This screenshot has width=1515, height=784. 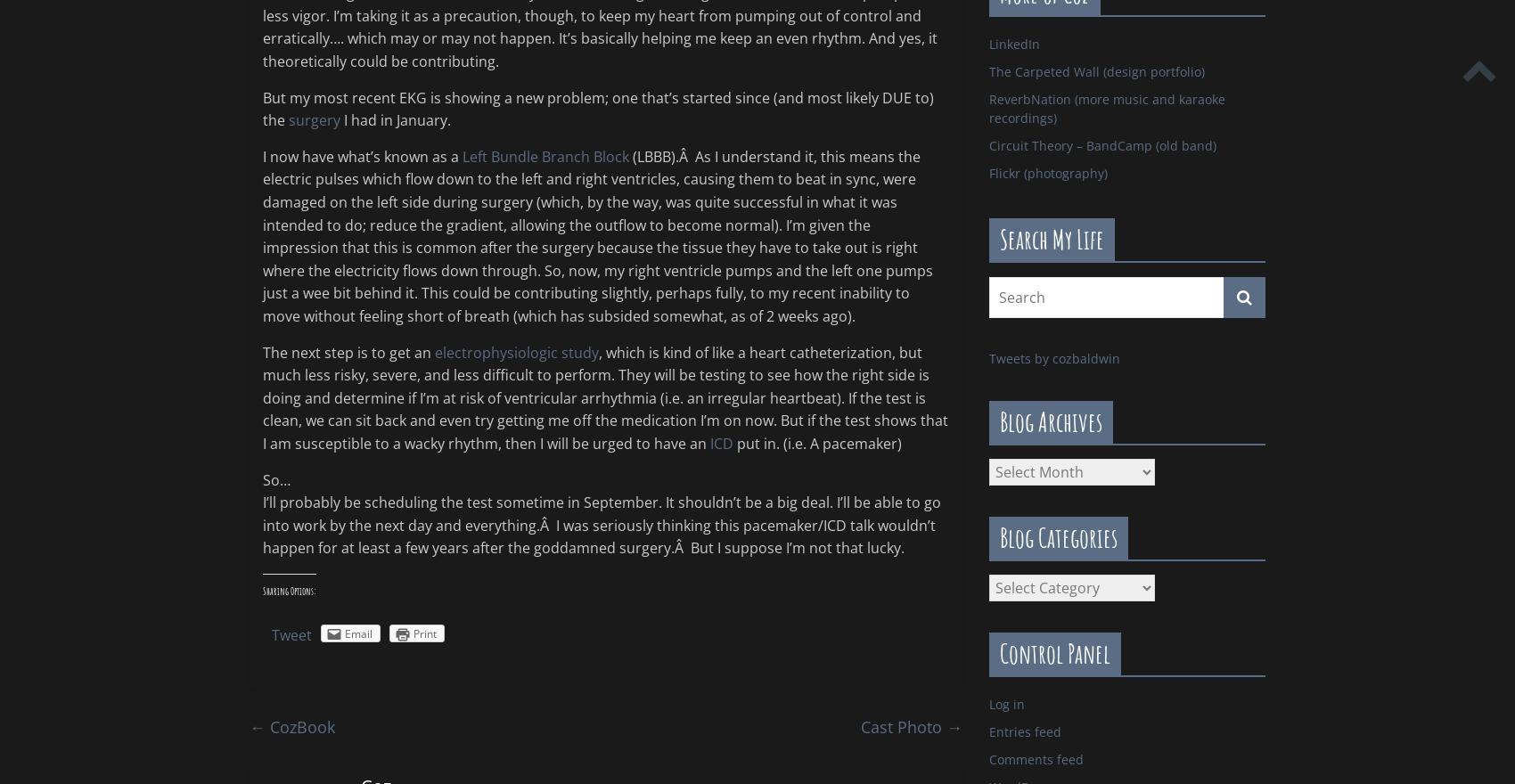 What do you see at coordinates (721, 443) in the screenshot?
I see `'ICD'` at bounding box center [721, 443].